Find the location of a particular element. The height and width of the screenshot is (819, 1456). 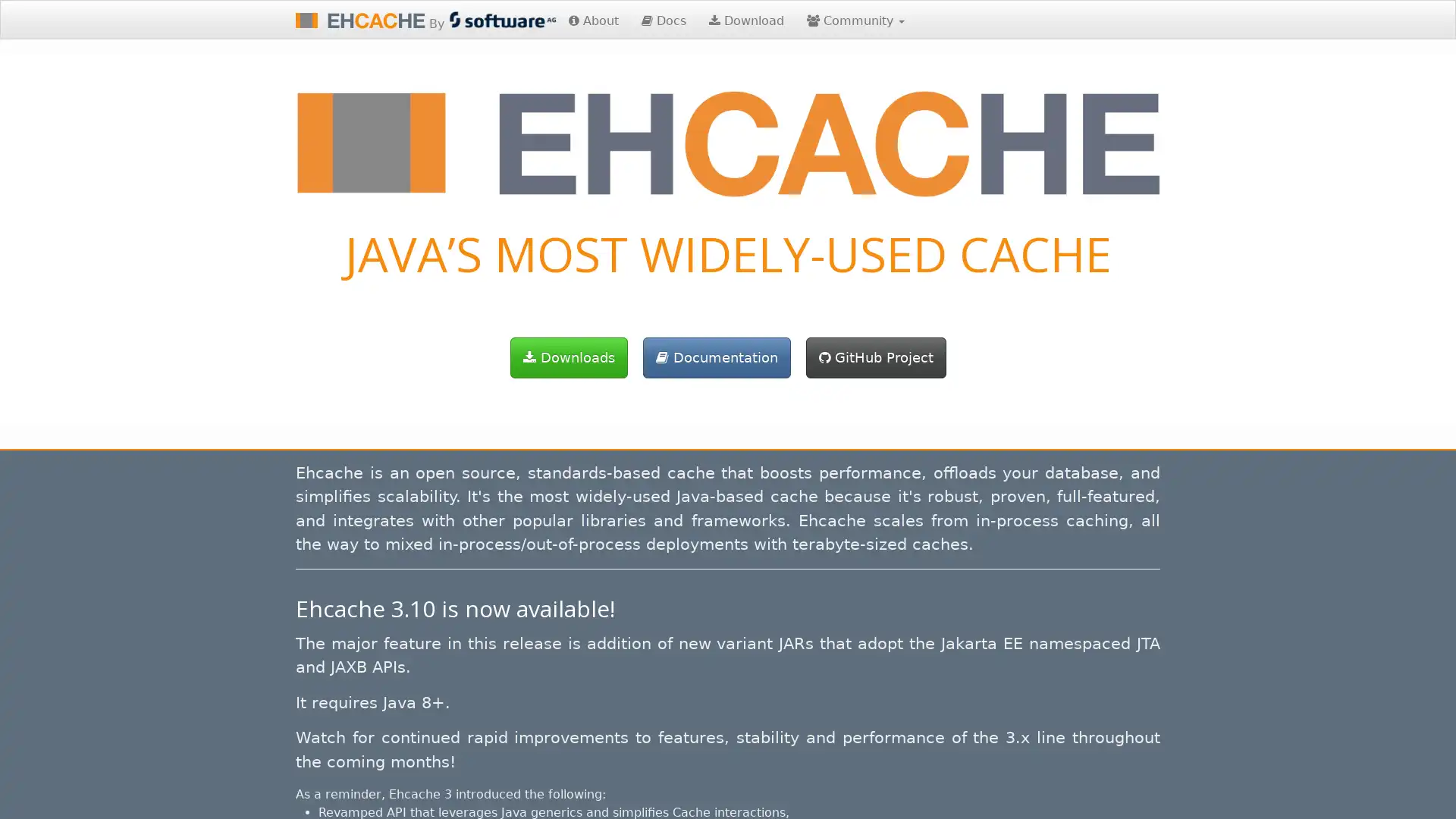

Downloads is located at coordinates (567, 356).